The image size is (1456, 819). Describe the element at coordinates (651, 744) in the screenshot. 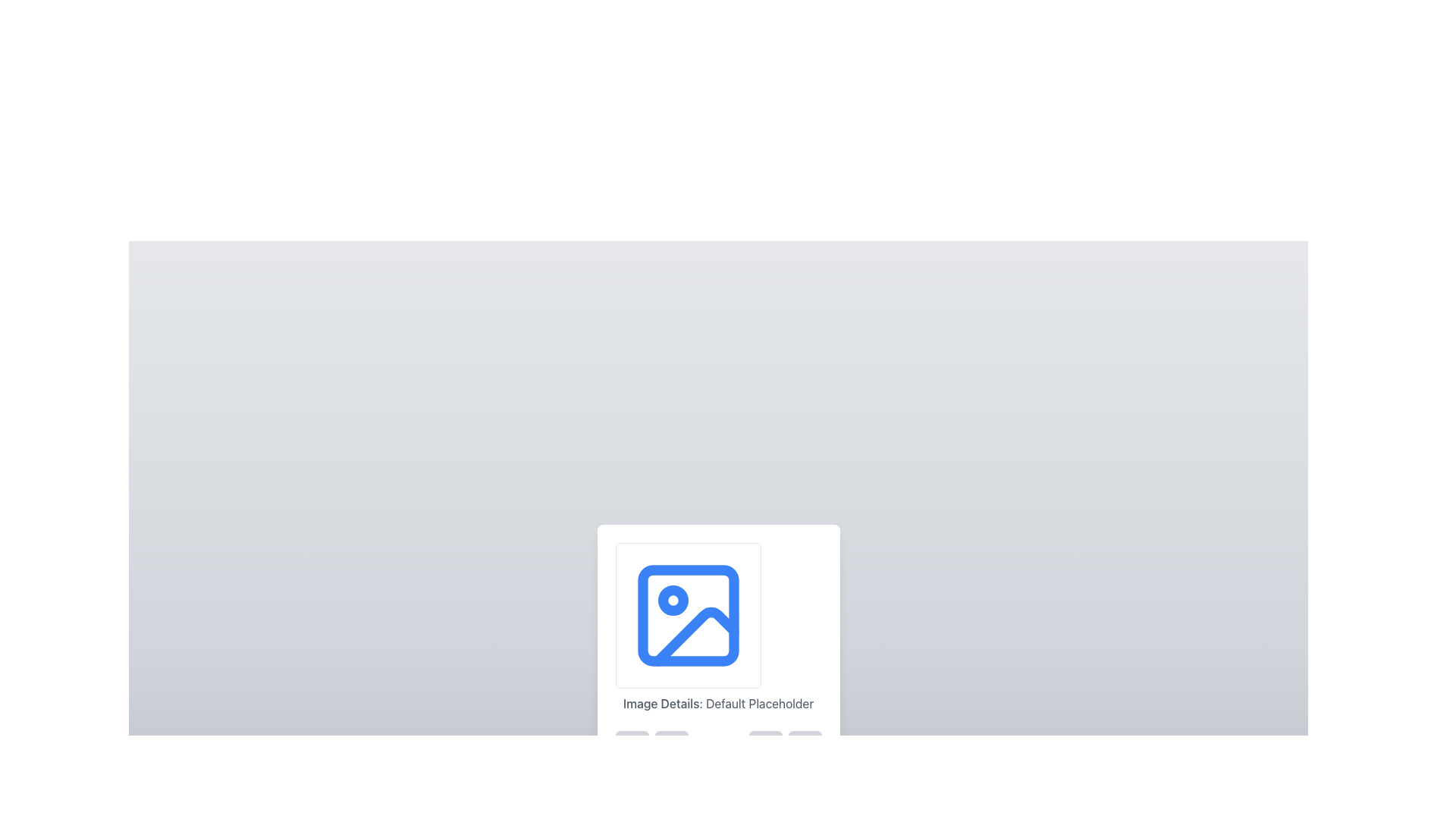

I see `the buttons within the leftmost group of buttons located below the image placeholder` at that location.